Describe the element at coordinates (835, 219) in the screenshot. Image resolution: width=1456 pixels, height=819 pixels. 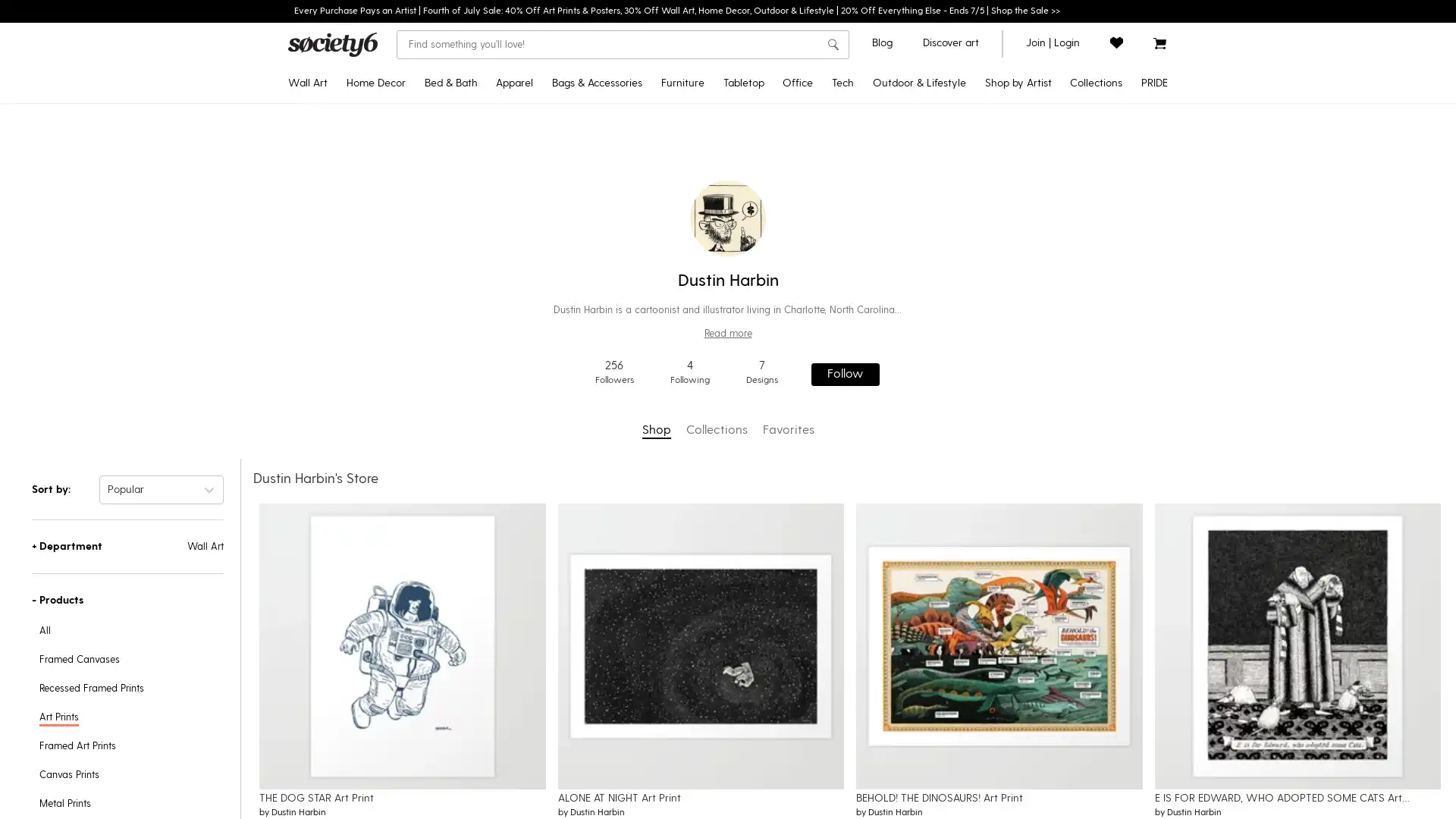
I see `Acrylic Trays` at that location.